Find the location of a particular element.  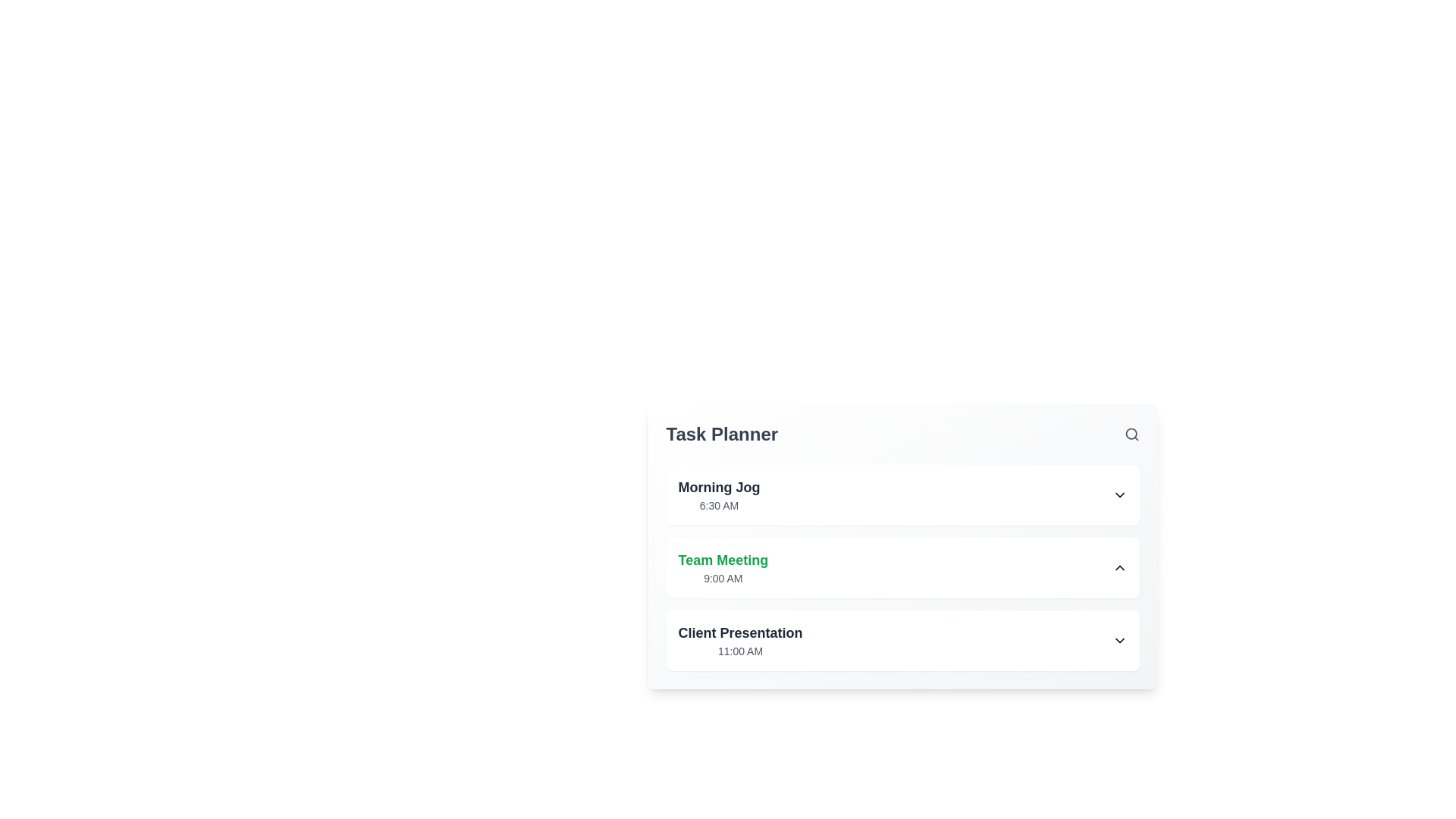

the magnifying glass icon located in the header of the 'Task Planner' section is located at coordinates (1131, 435).